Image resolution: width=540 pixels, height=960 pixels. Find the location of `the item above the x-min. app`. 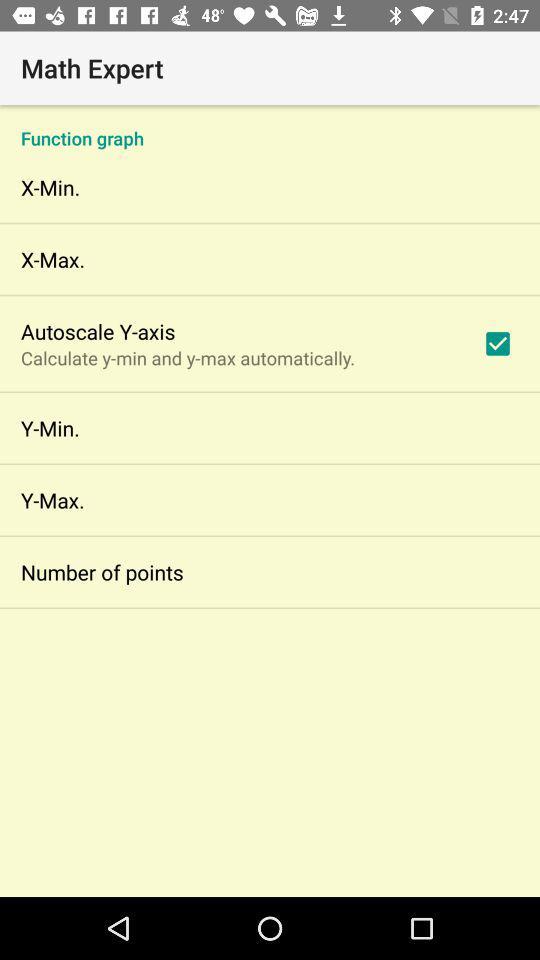

the item above the x-min. app is located at coordinates (270, 126).